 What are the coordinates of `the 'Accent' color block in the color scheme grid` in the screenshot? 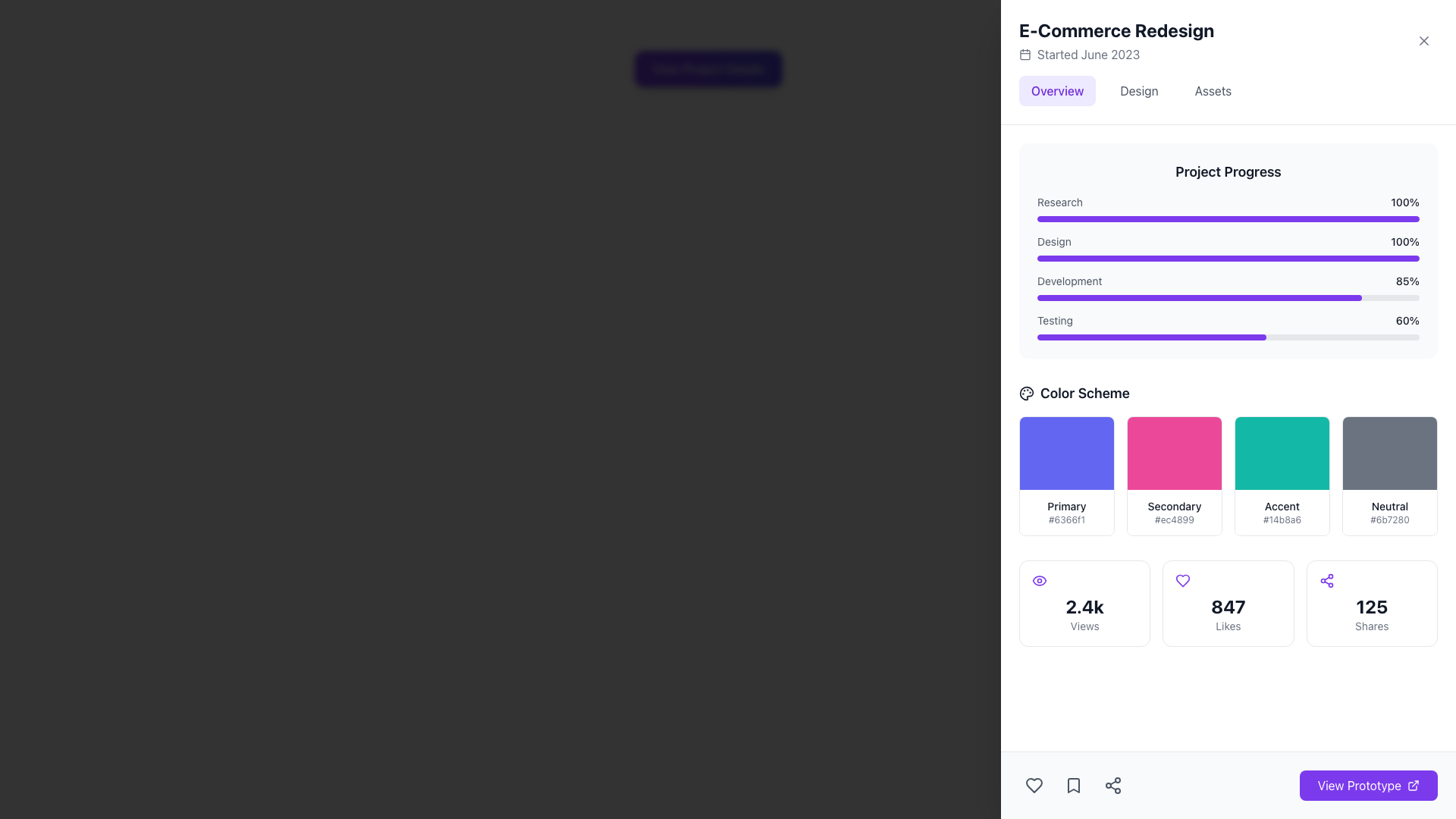 It's located at (1228, 475).